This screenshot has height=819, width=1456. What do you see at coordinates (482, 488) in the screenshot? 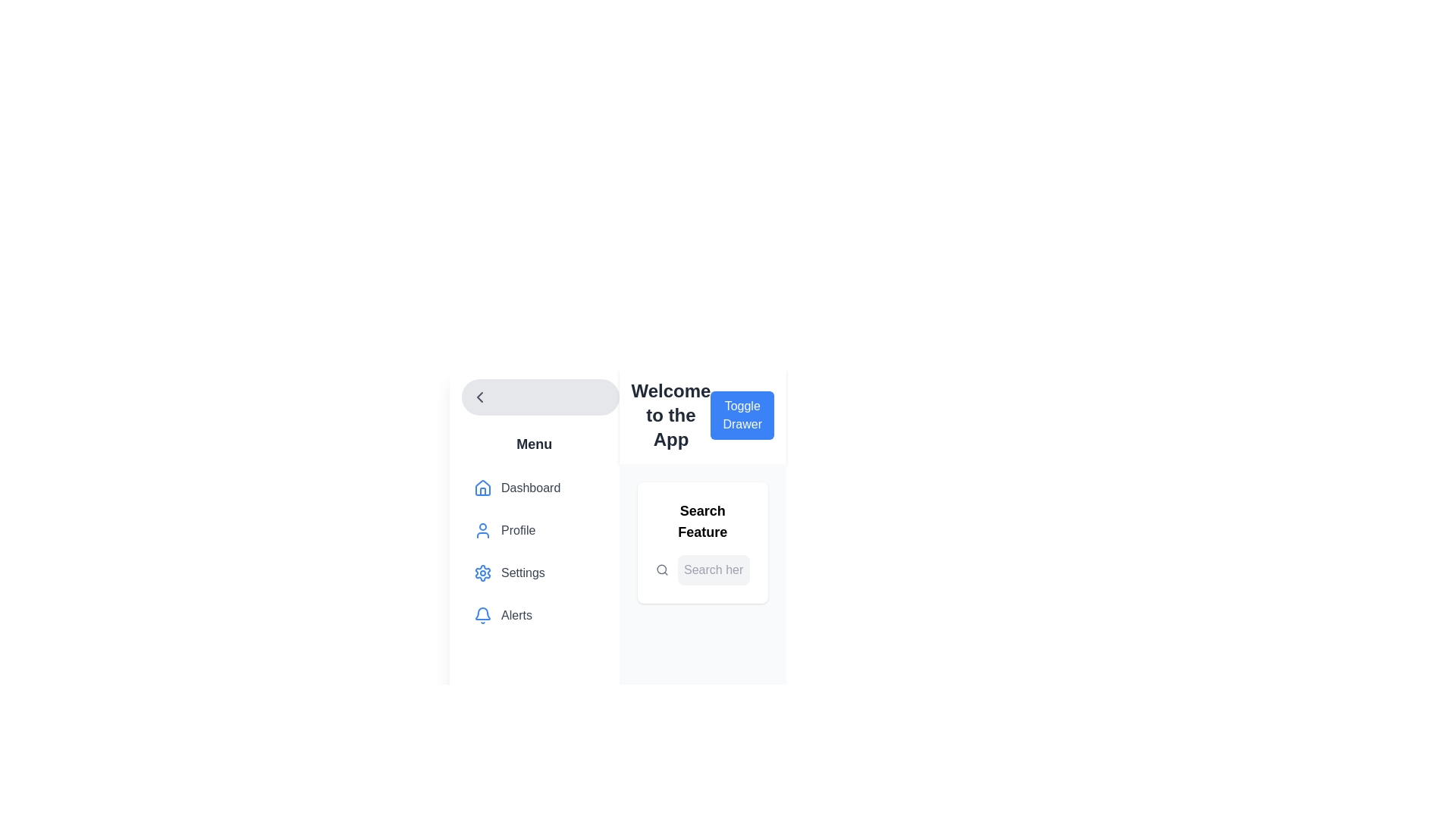
I see `the 'Dashboard' menu icon, which is positioned to the left of the 'Dashboard' text in the navigation pane, above the 'Profile' icon` at bounding box center [482, 488].